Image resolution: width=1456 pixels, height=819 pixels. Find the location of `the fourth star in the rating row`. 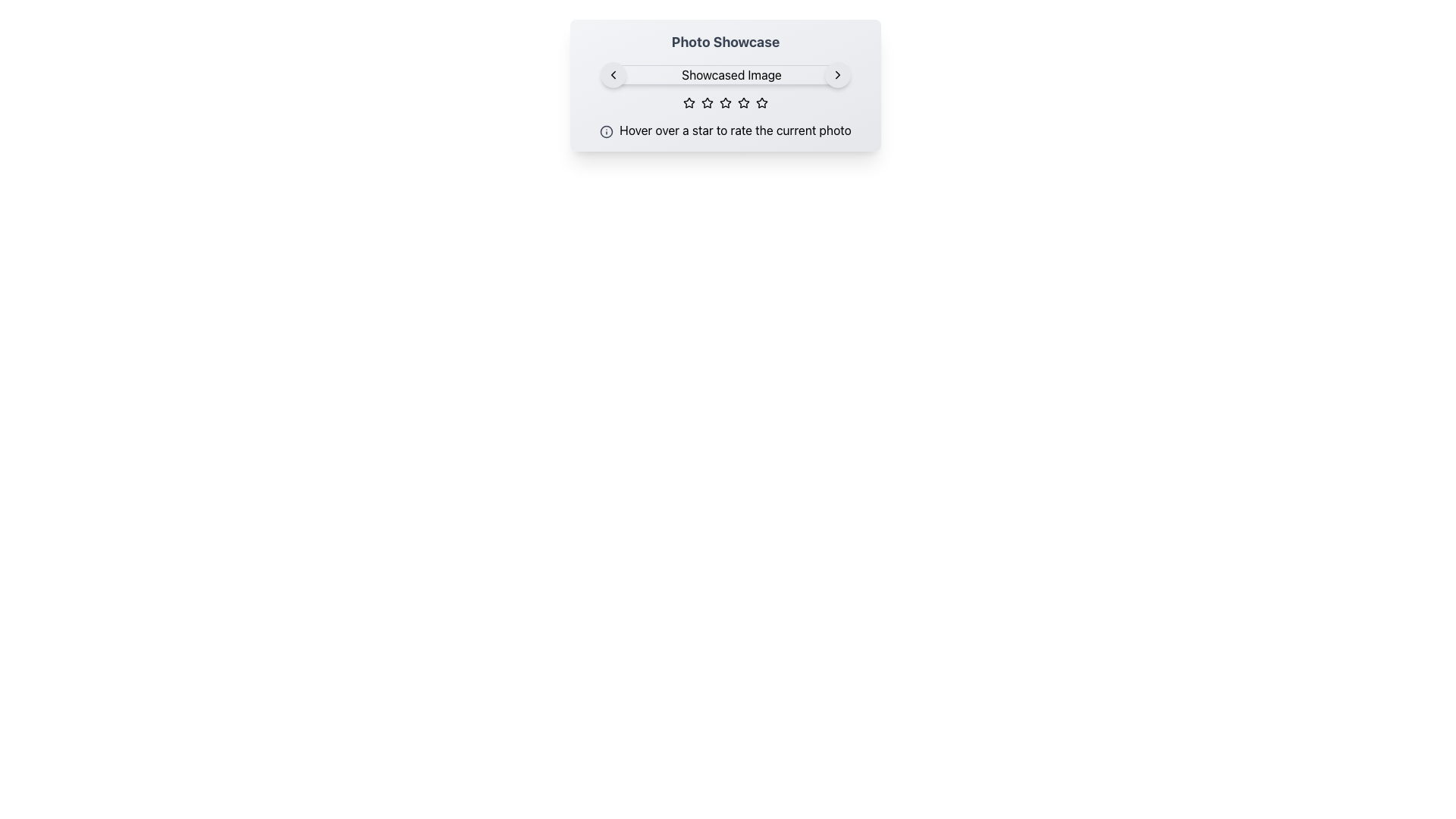

the fourth star in the rating row is located at coordinates (743, 102).